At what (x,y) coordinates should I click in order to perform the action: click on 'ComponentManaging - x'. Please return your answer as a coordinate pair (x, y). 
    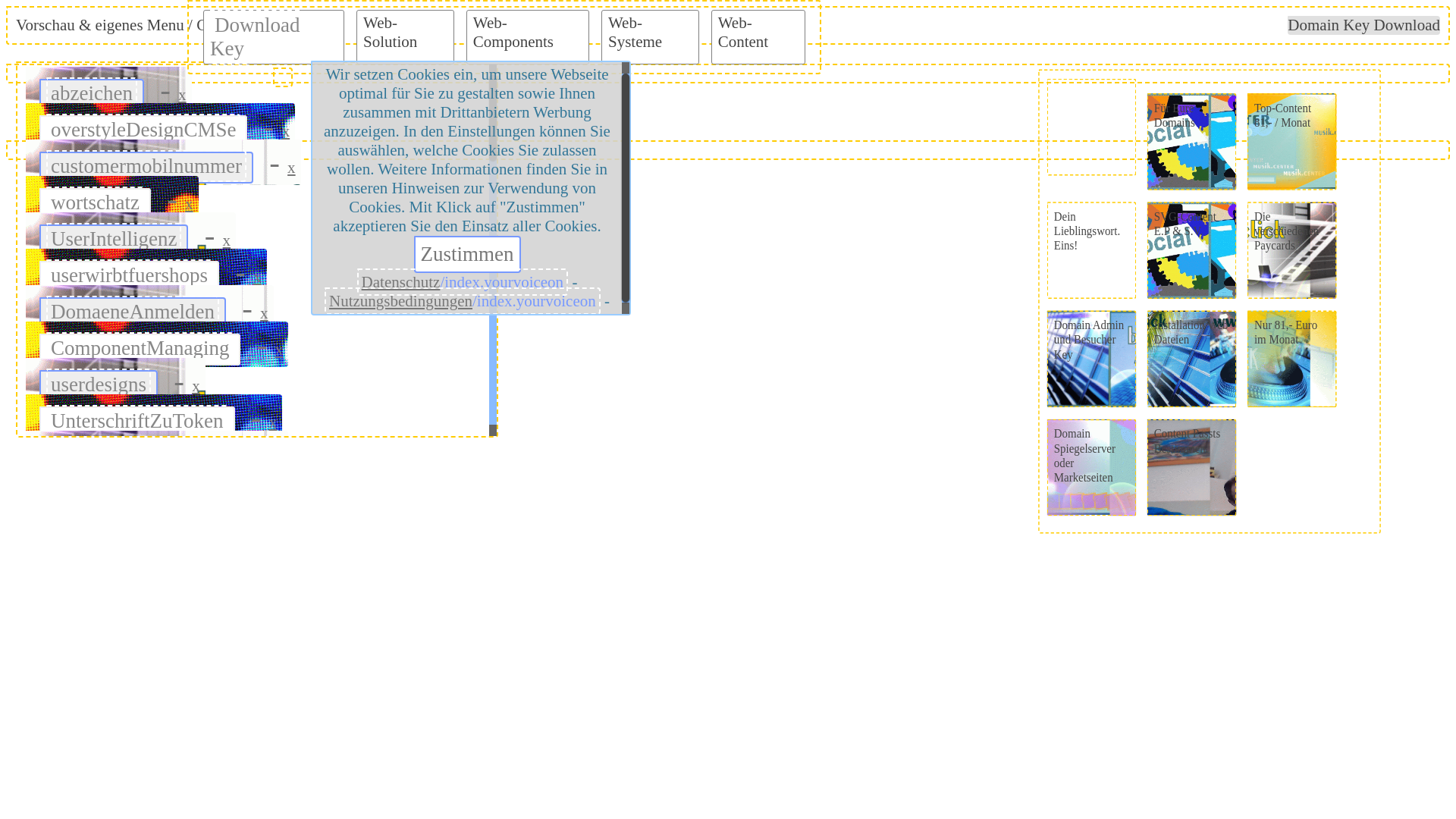
    Looking at the image, I should click on (156, 344).